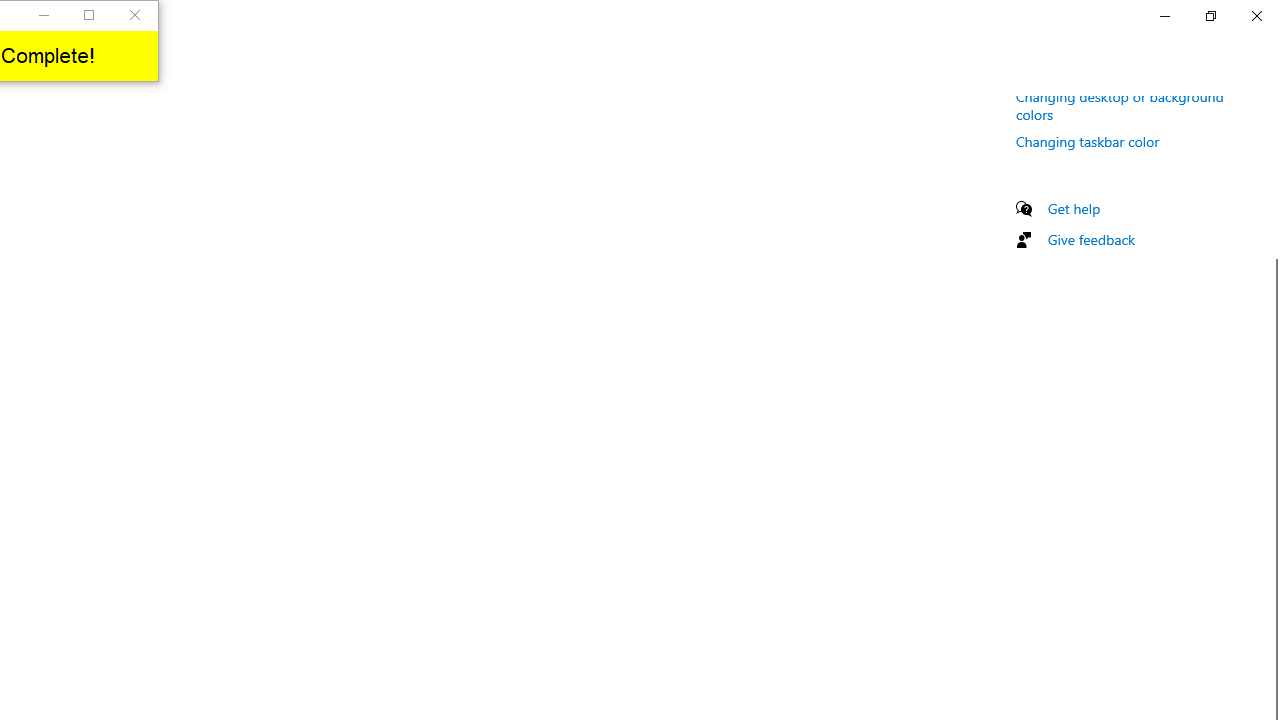 Image resolution: width=1280 pixels, height=720 pixels. What do you see at coordinates (1090, 238) in the screenshot?
I see `'Give feedback'` at bounding box center [1090, 238].